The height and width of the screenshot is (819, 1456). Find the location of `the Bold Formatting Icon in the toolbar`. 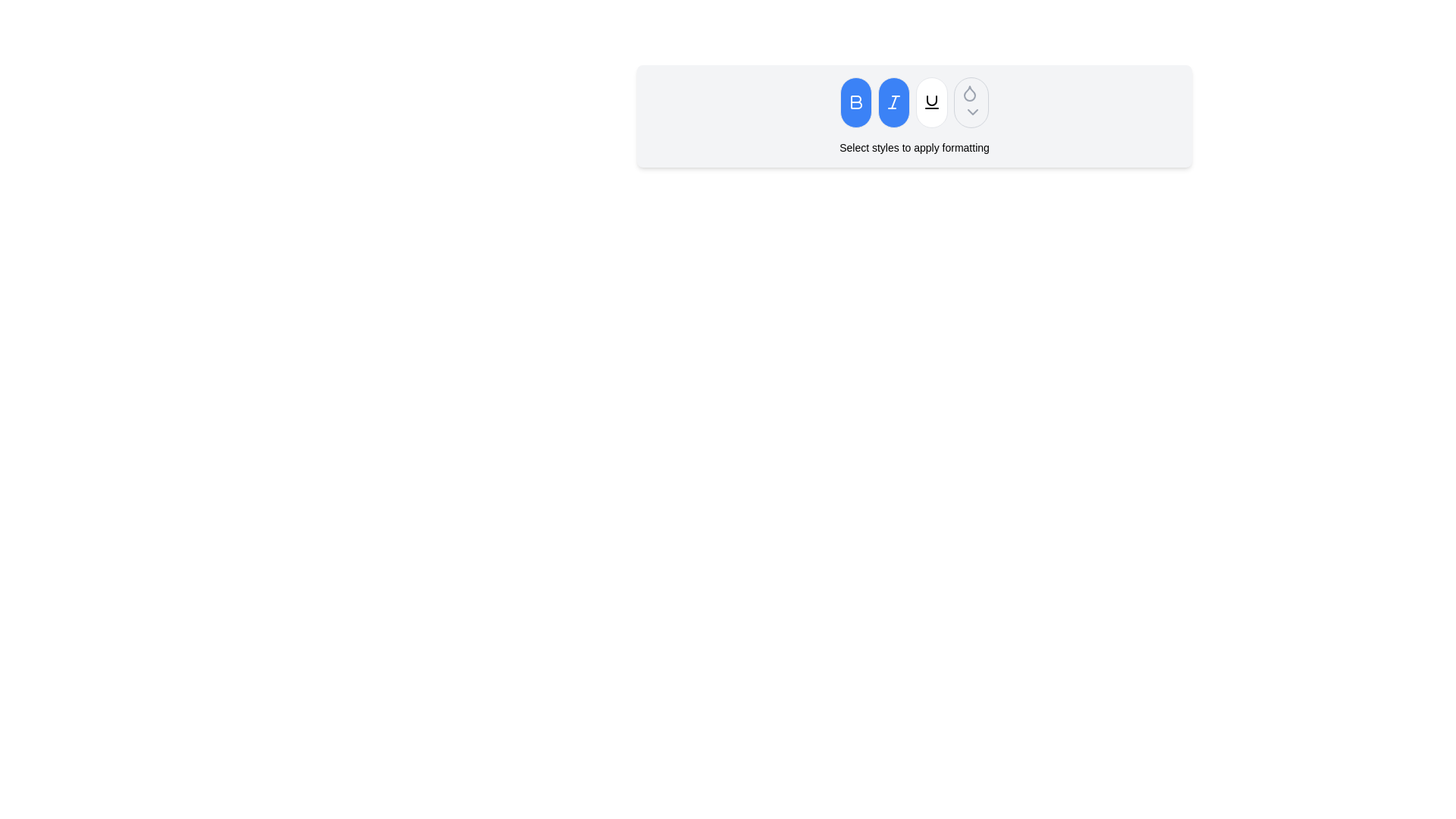

the Bold Formatting Icon in the toolbar is located at coordinates (856, 102).